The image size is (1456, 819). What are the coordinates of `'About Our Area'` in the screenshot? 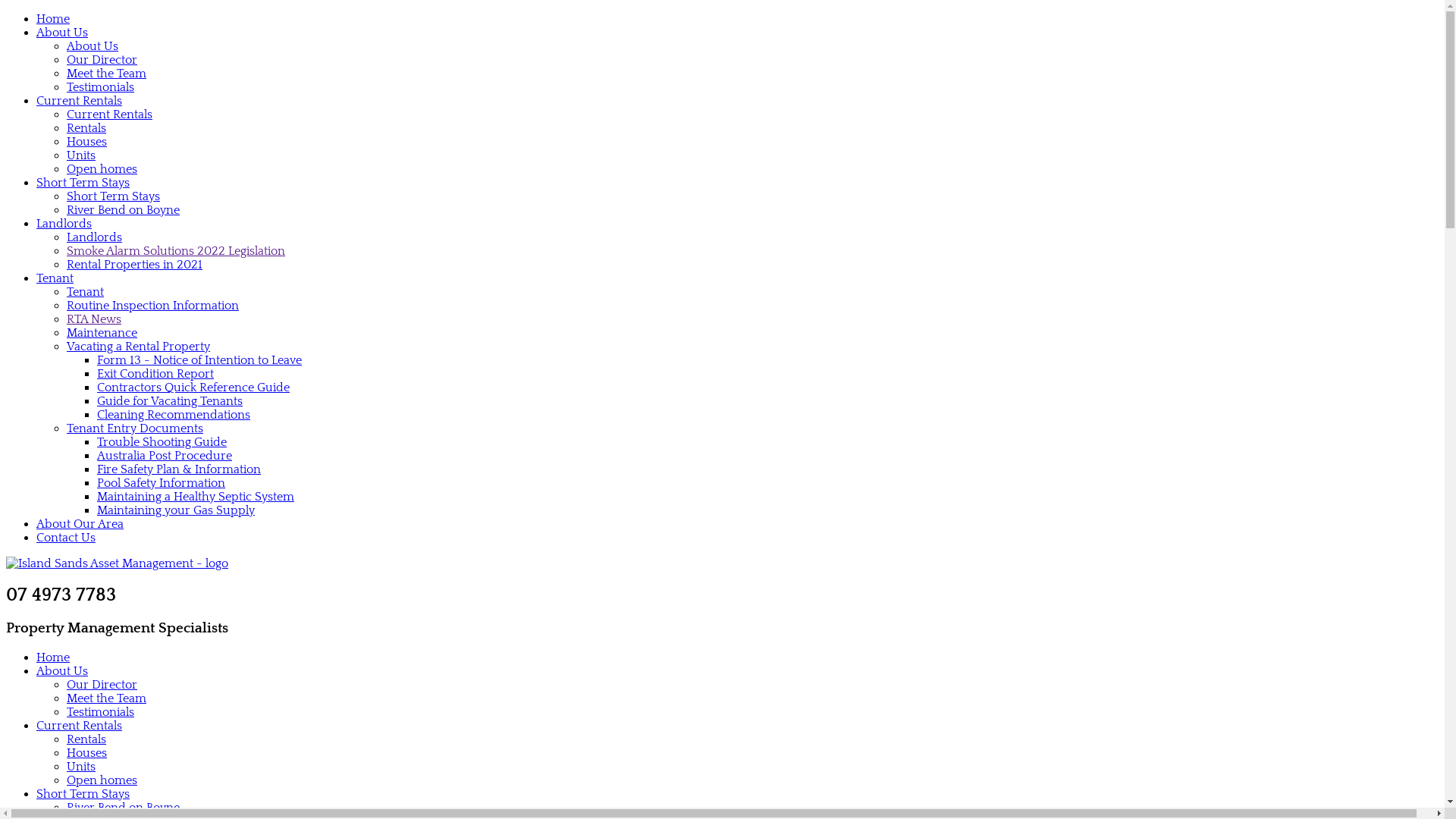 It's located at (79, 522).